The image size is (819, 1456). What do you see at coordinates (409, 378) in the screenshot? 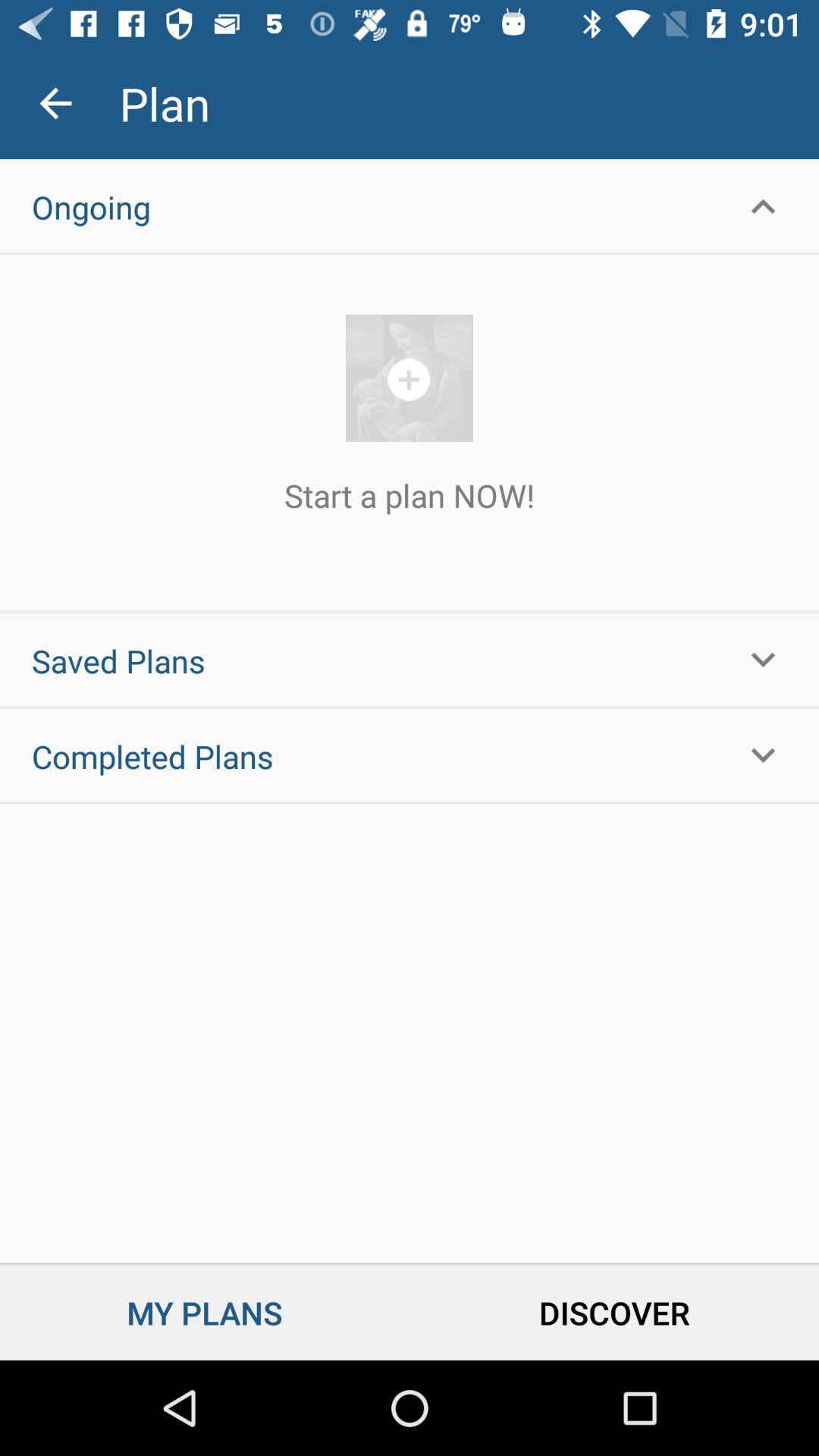
I see `start new plan button` at bounding box center [409, 378].